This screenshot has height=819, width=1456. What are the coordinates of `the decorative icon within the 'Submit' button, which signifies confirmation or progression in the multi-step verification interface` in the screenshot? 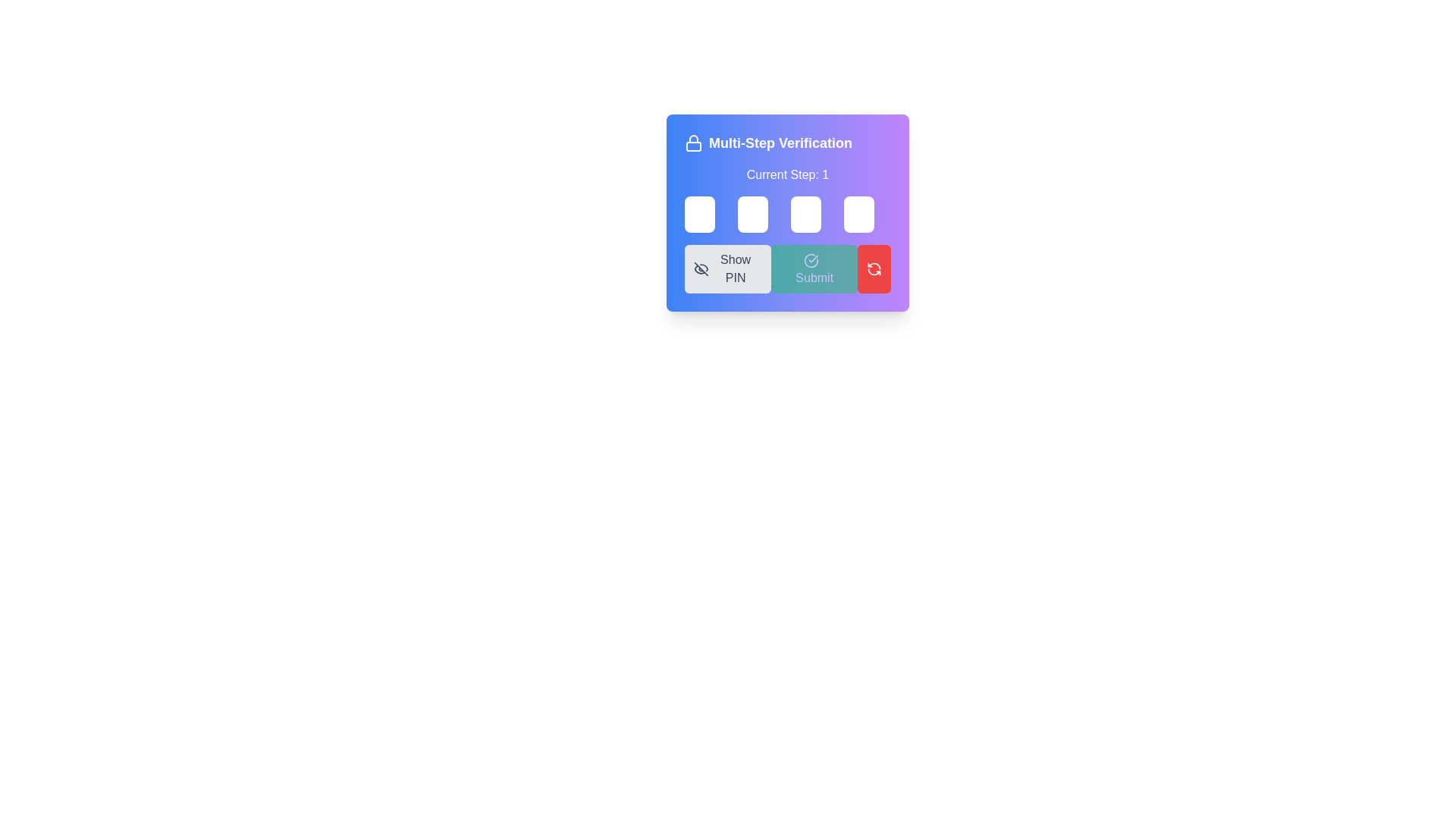 It's located at (811, 259).